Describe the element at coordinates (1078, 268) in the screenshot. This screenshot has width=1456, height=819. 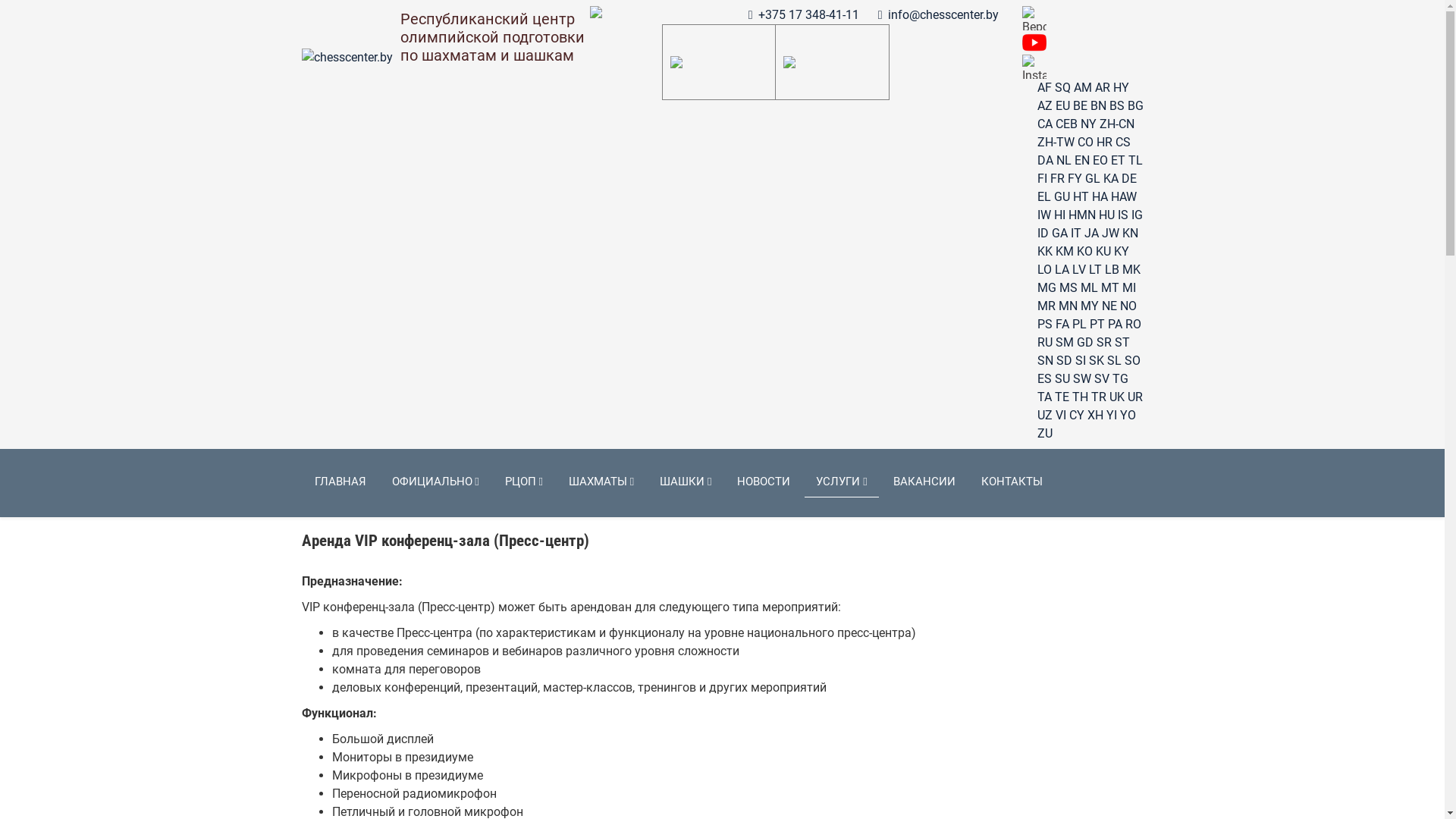
I see `'LV'` at that location.